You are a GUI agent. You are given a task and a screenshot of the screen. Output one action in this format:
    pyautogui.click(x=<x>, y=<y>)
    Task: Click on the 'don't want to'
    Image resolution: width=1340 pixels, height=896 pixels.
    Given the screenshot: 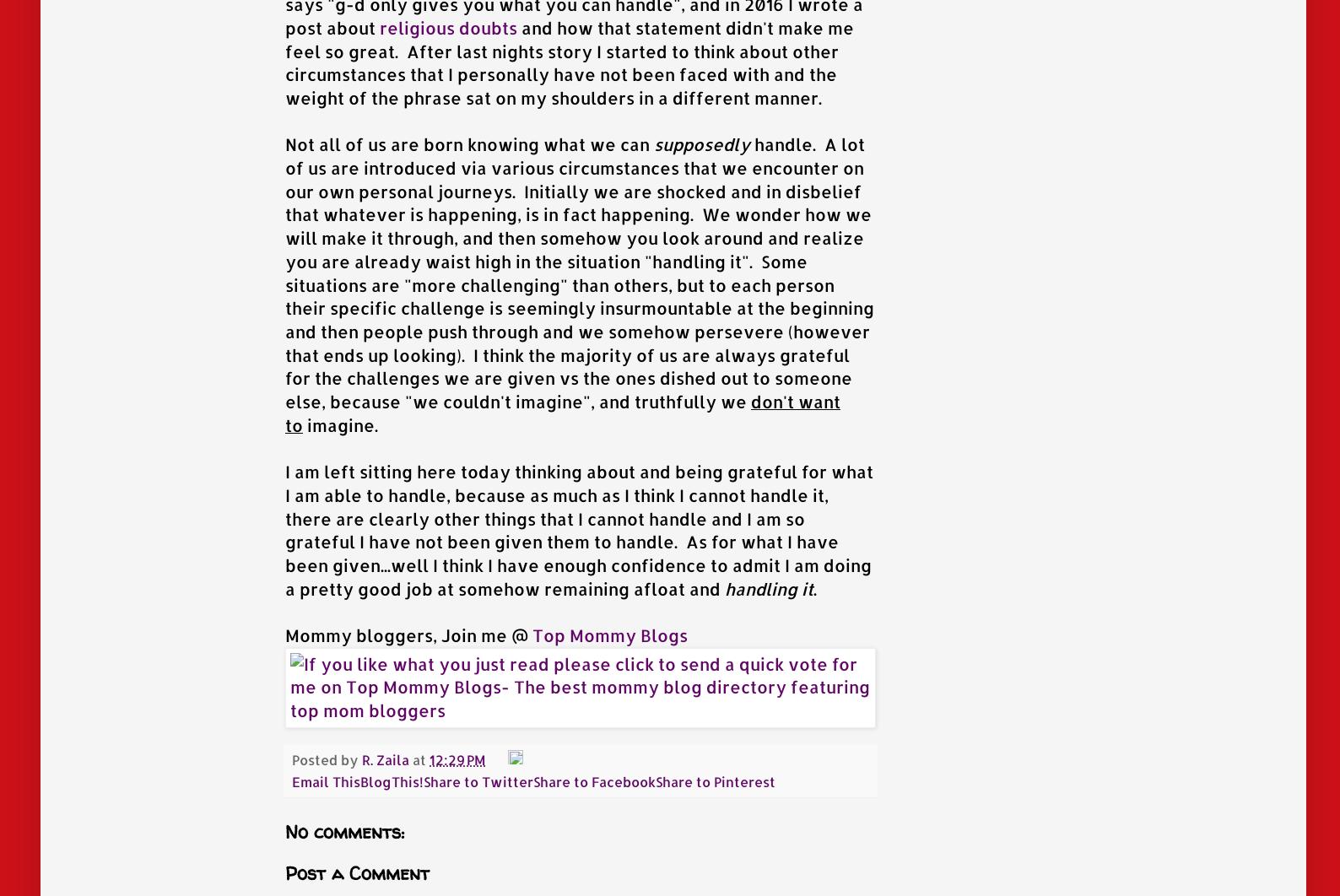 What is the action you would take?
    pyautogui.click(x=562, y=413)
    